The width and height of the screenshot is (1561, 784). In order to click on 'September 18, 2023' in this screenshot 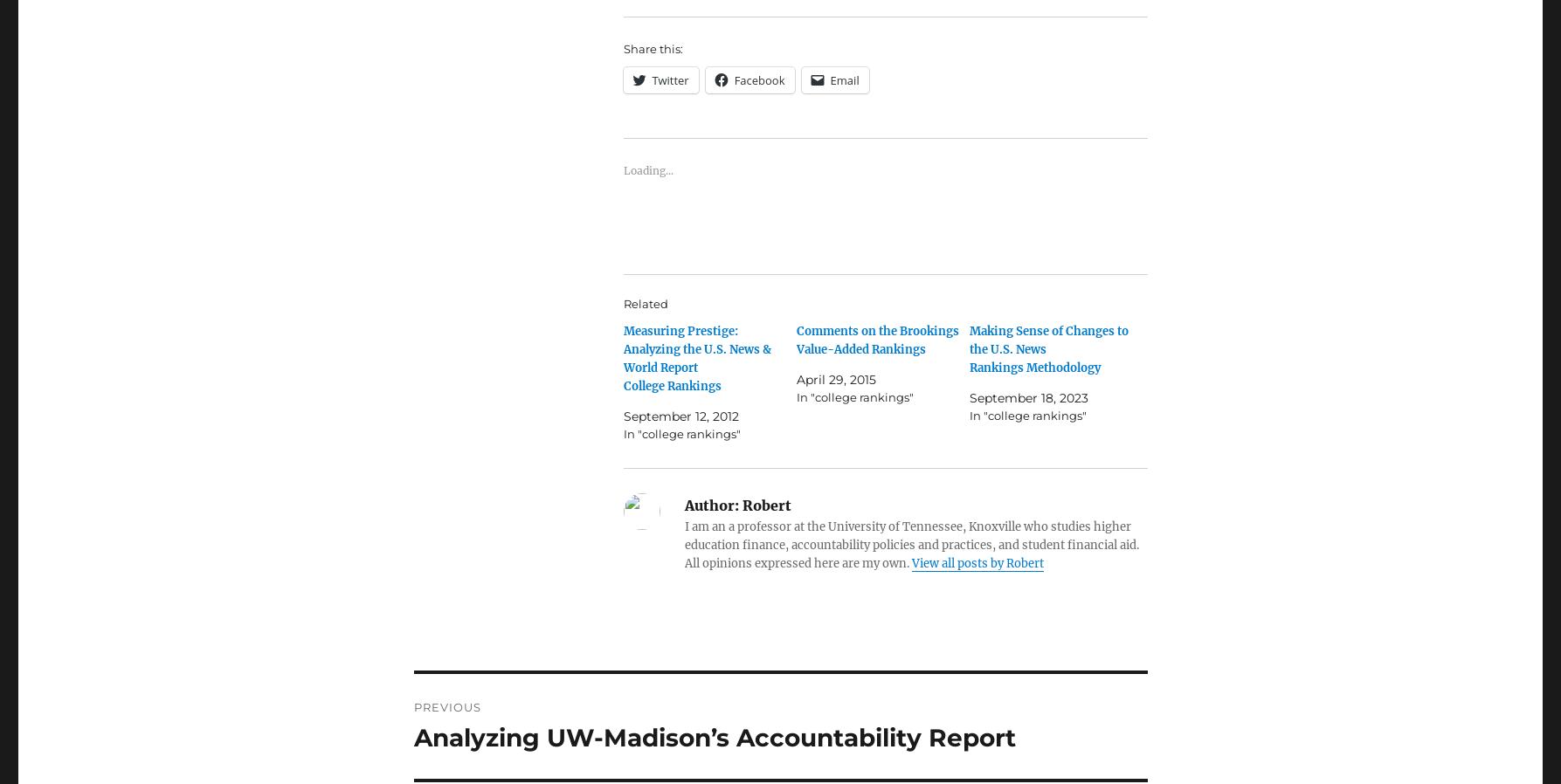, I will do `click(1027, 397)`.